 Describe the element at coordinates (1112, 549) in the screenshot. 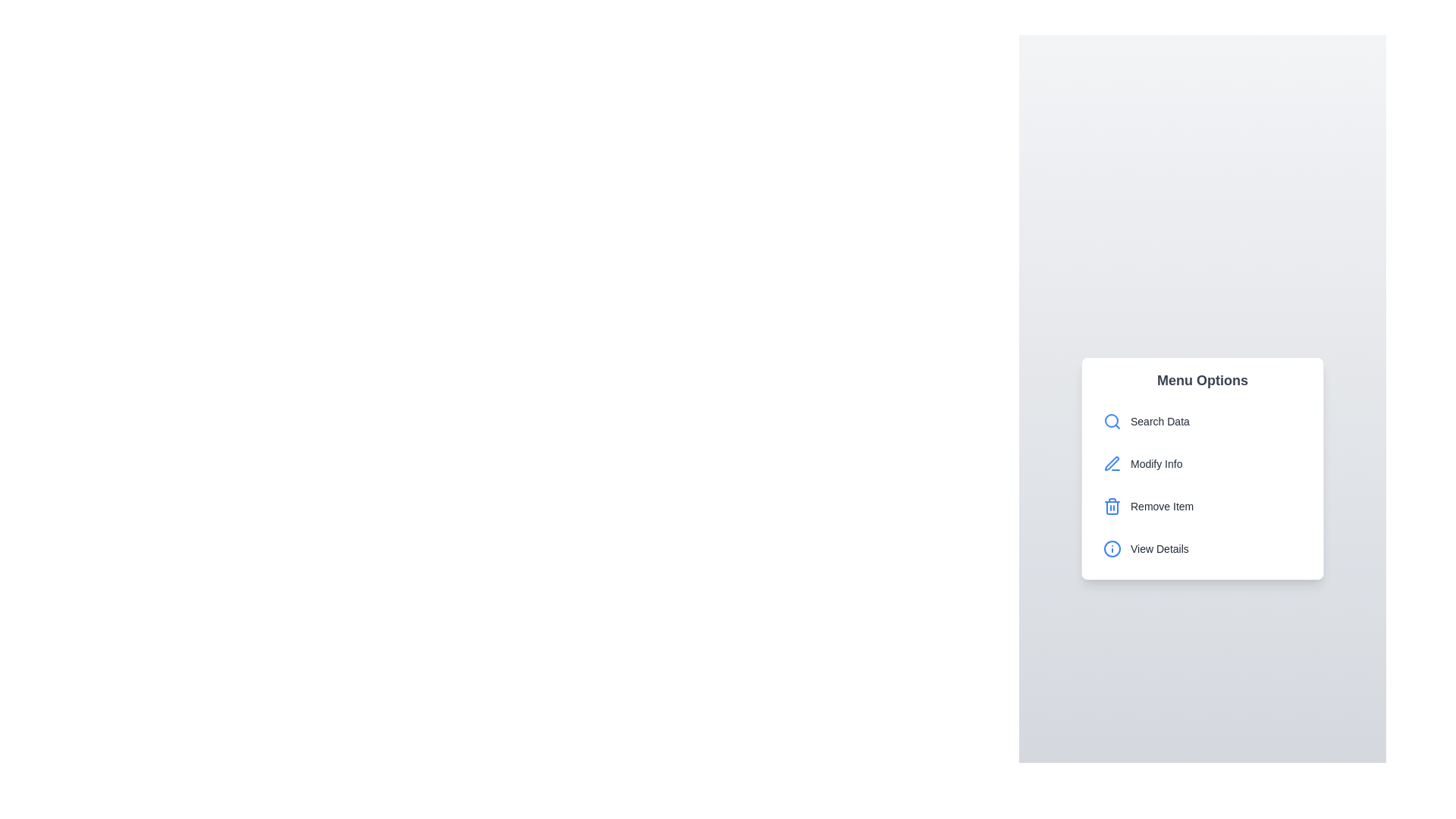

I see `the icon positioned in the fourth entry of the 'Menu Options' vertical menu, adjacent to the 'View Details' text` at that location.